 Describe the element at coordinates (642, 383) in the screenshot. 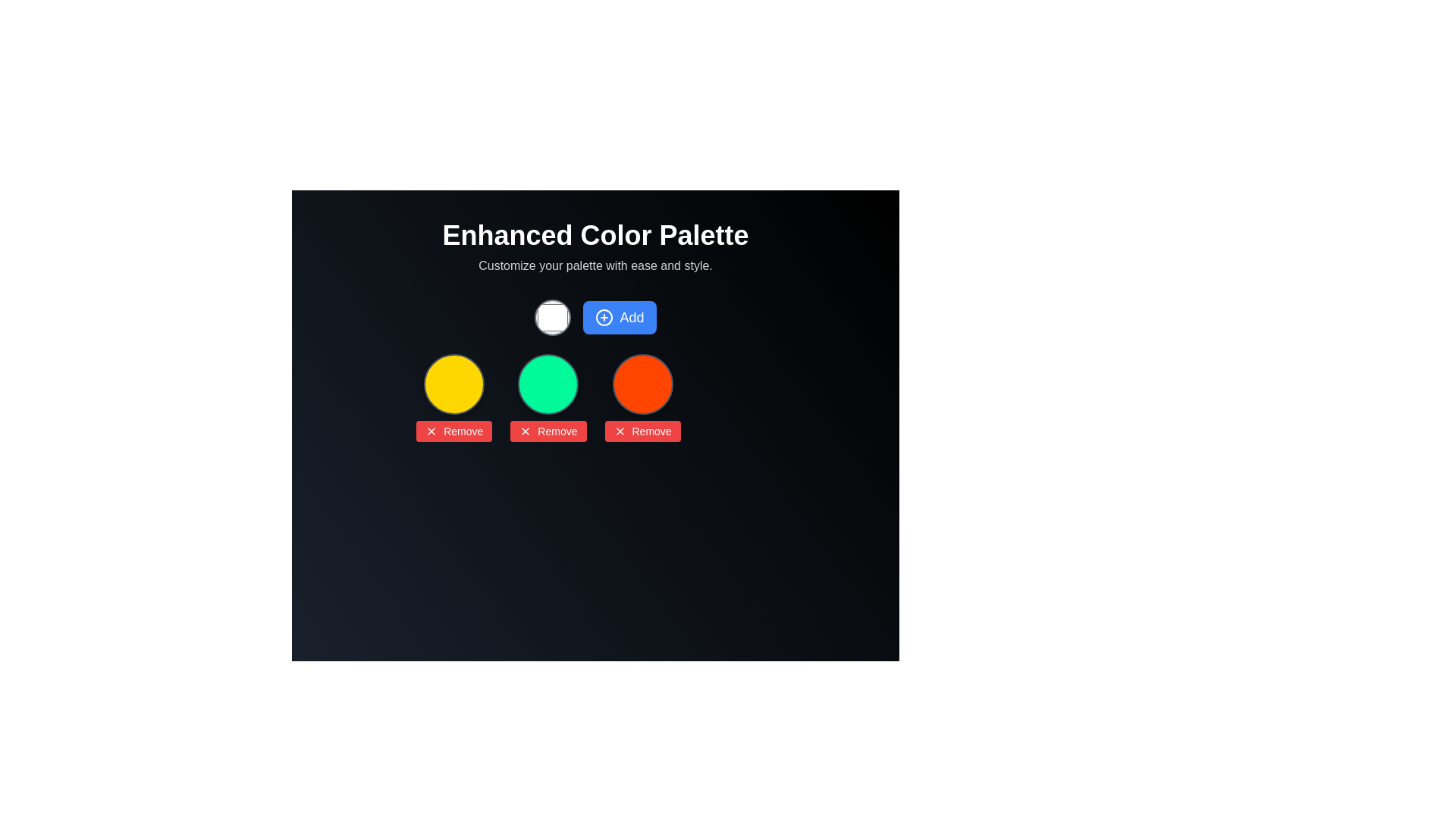

I see `the third circular color selector, which is bright orange with a gray border` at that location.